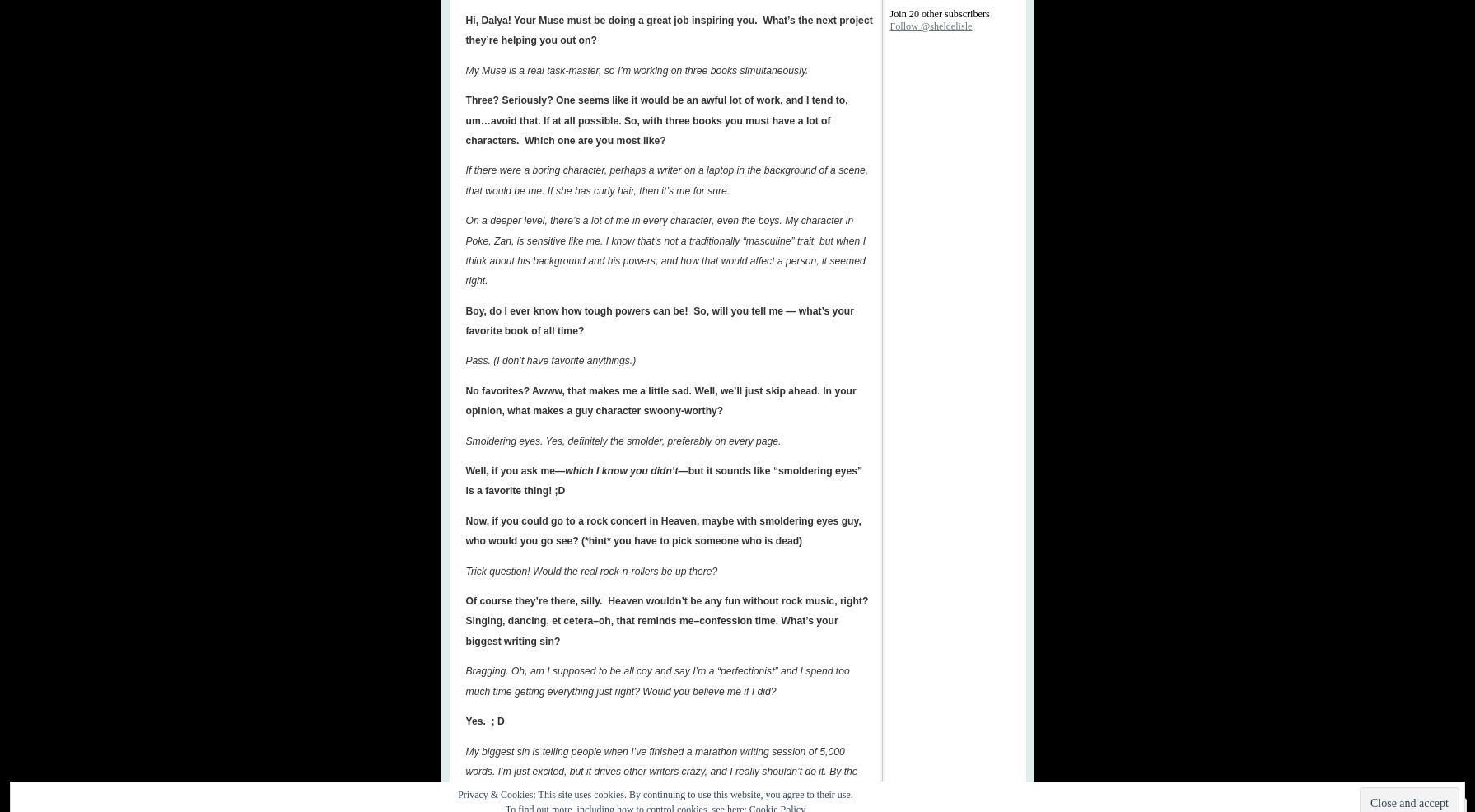  Describe the element at coordinates (663, 481) in the screenshot. I see `'—but it sounds like “smoldering eyes” is a favorite thing! ;D'` at that location.